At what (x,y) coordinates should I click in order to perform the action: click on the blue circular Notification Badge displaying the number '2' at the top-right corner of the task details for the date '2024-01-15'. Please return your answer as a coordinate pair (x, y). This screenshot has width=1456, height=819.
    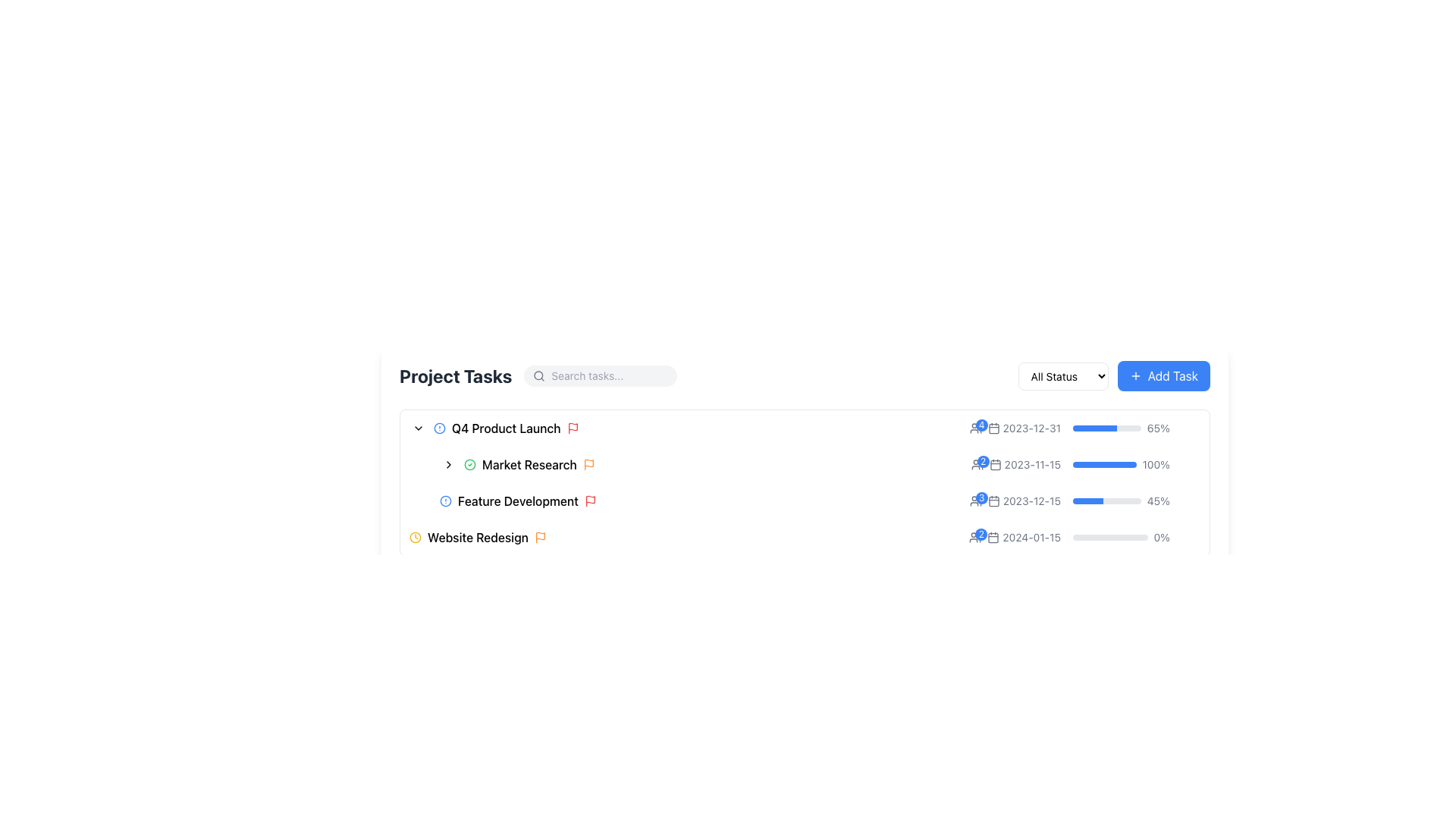
    Looking at the image, I should click on (983, 461).